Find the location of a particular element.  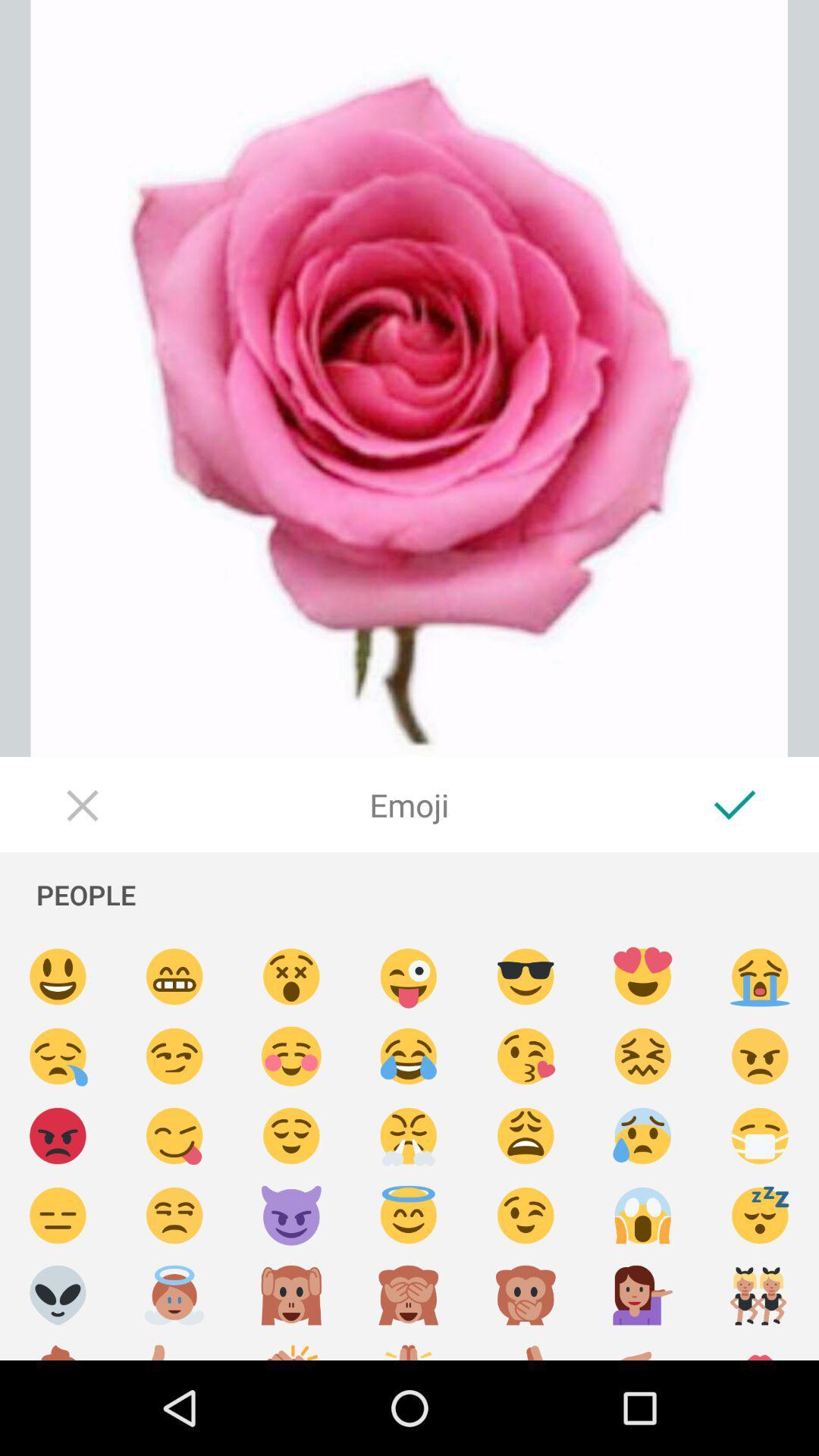

angry emoji is located at coordinates (760, 1056).